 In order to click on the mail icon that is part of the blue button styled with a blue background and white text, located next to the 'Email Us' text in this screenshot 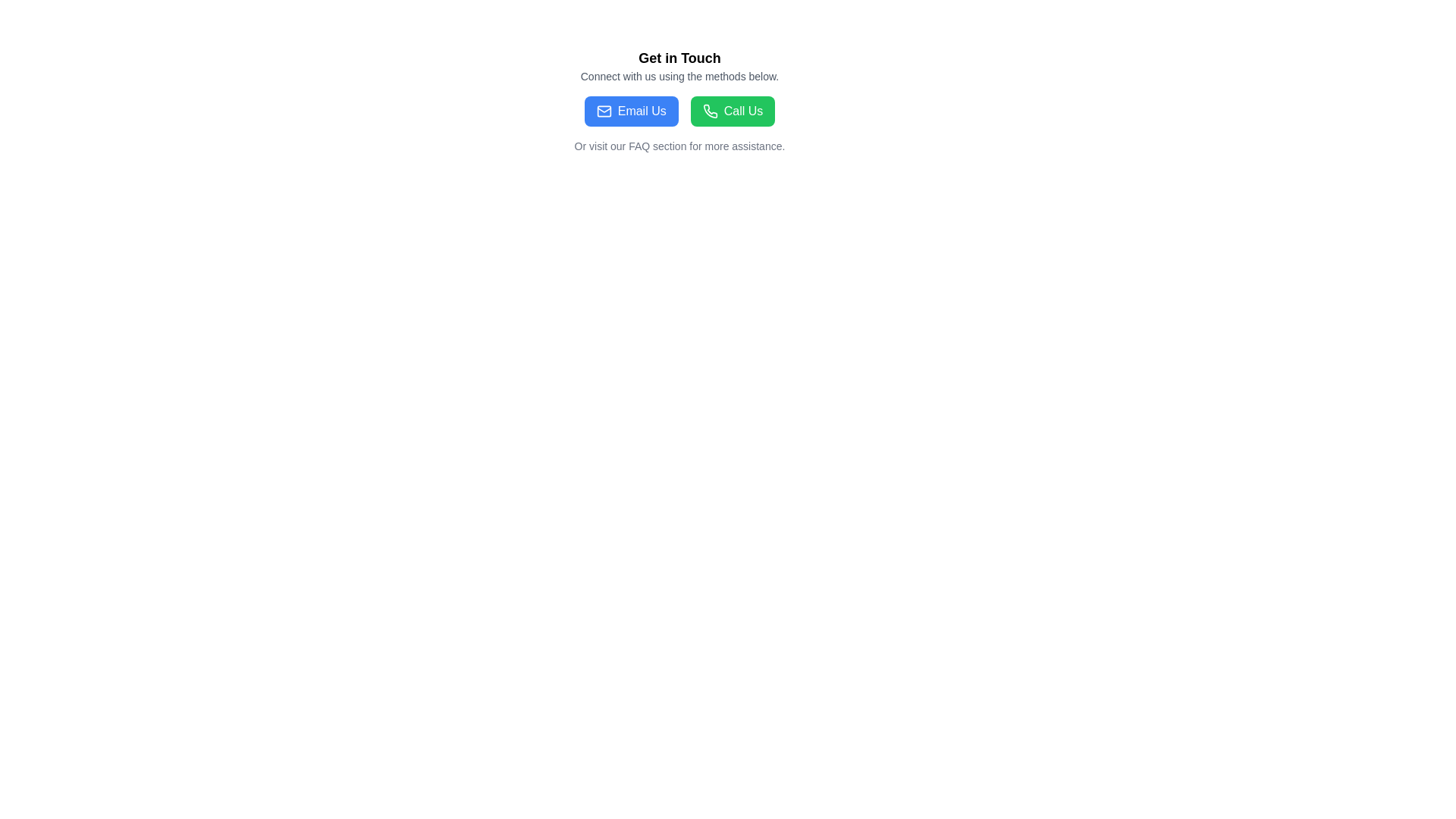, I will do `click(603, 110)`.